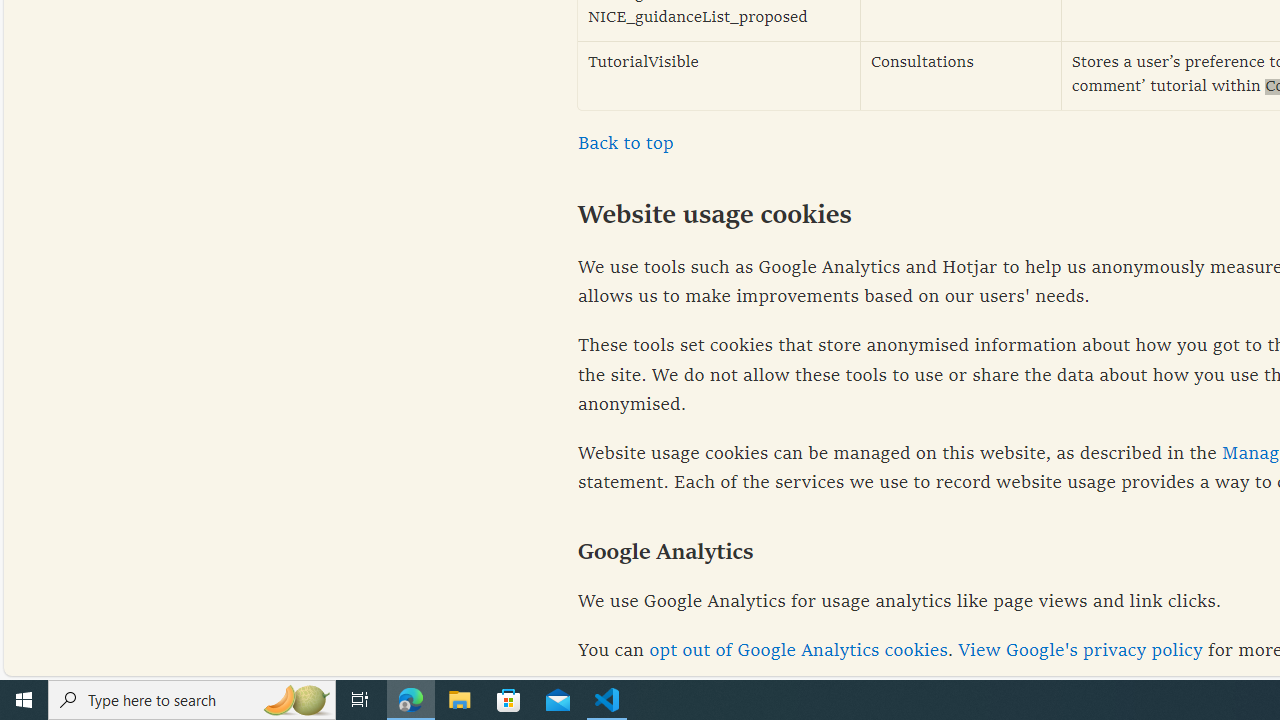 The height and width of the screenshot is (720, 1280). I want to click on 'Consultations', so click(961, 74).